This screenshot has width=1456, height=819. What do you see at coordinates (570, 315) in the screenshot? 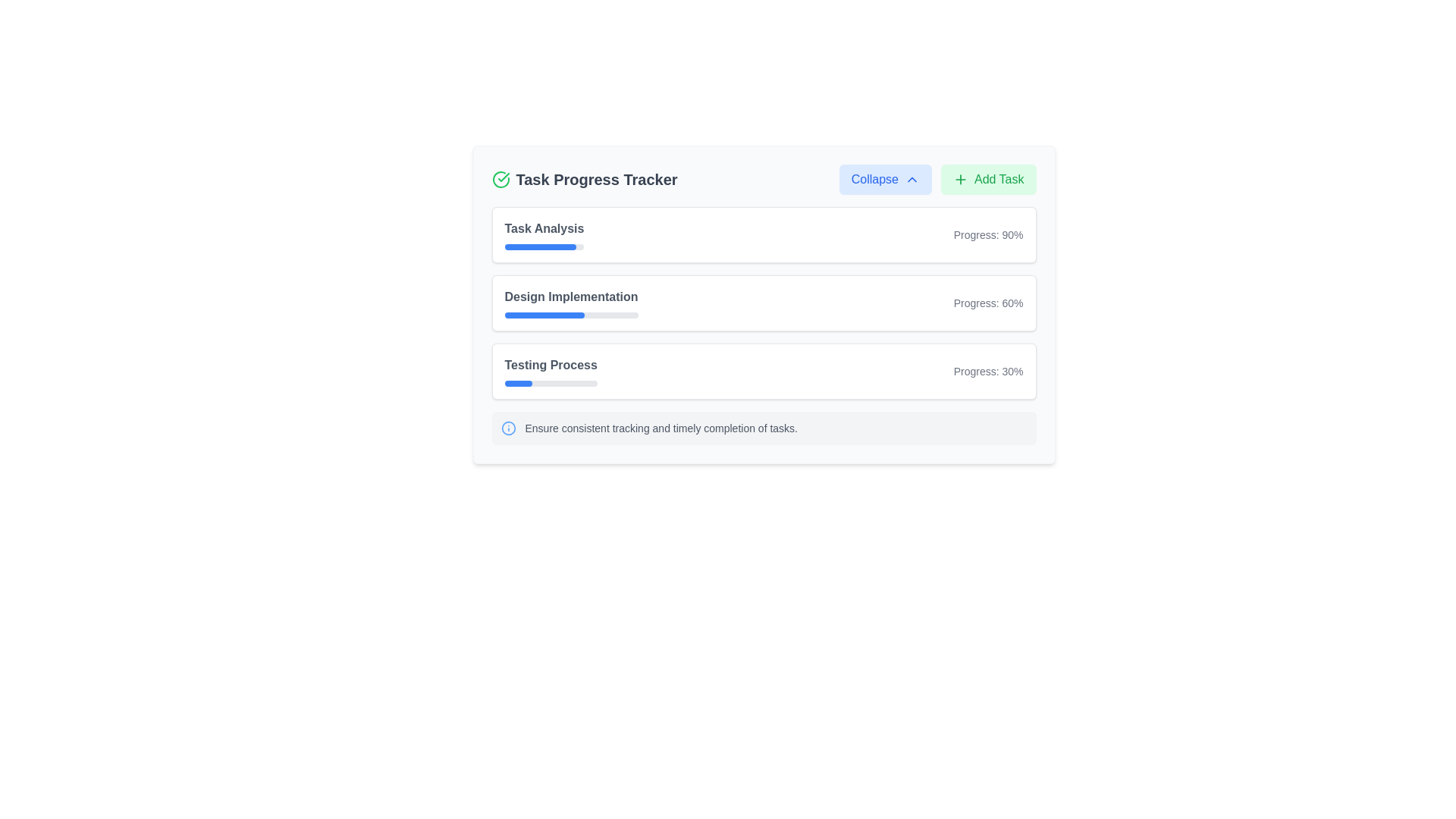
I see `the progress value represented by the progress bar indicating 60% completion of the 'Design Implementation' task, located centrally beneath the 'Design Implementation' label` at bounding box center [570, 315].